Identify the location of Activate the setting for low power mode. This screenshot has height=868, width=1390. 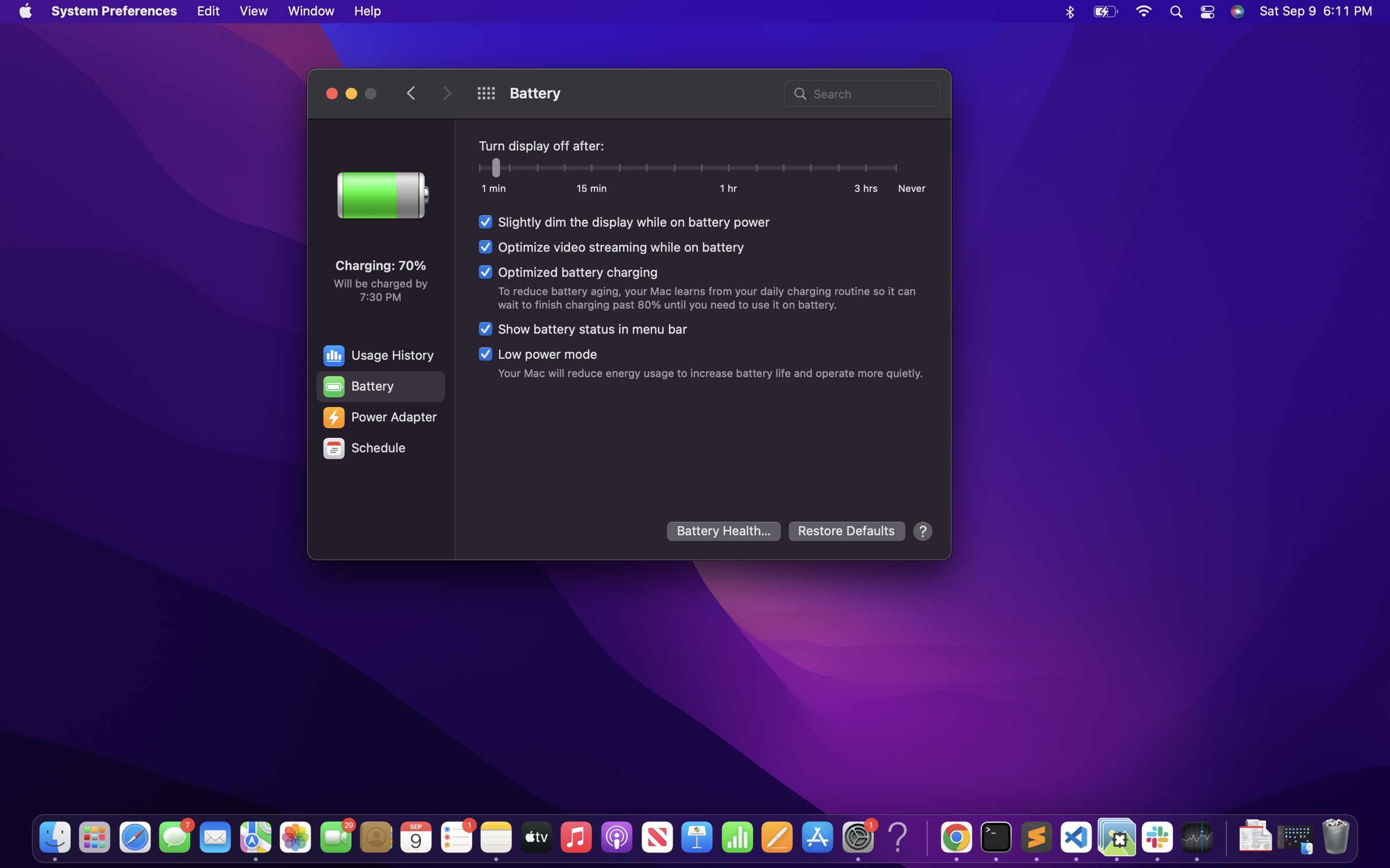
(538, 353).